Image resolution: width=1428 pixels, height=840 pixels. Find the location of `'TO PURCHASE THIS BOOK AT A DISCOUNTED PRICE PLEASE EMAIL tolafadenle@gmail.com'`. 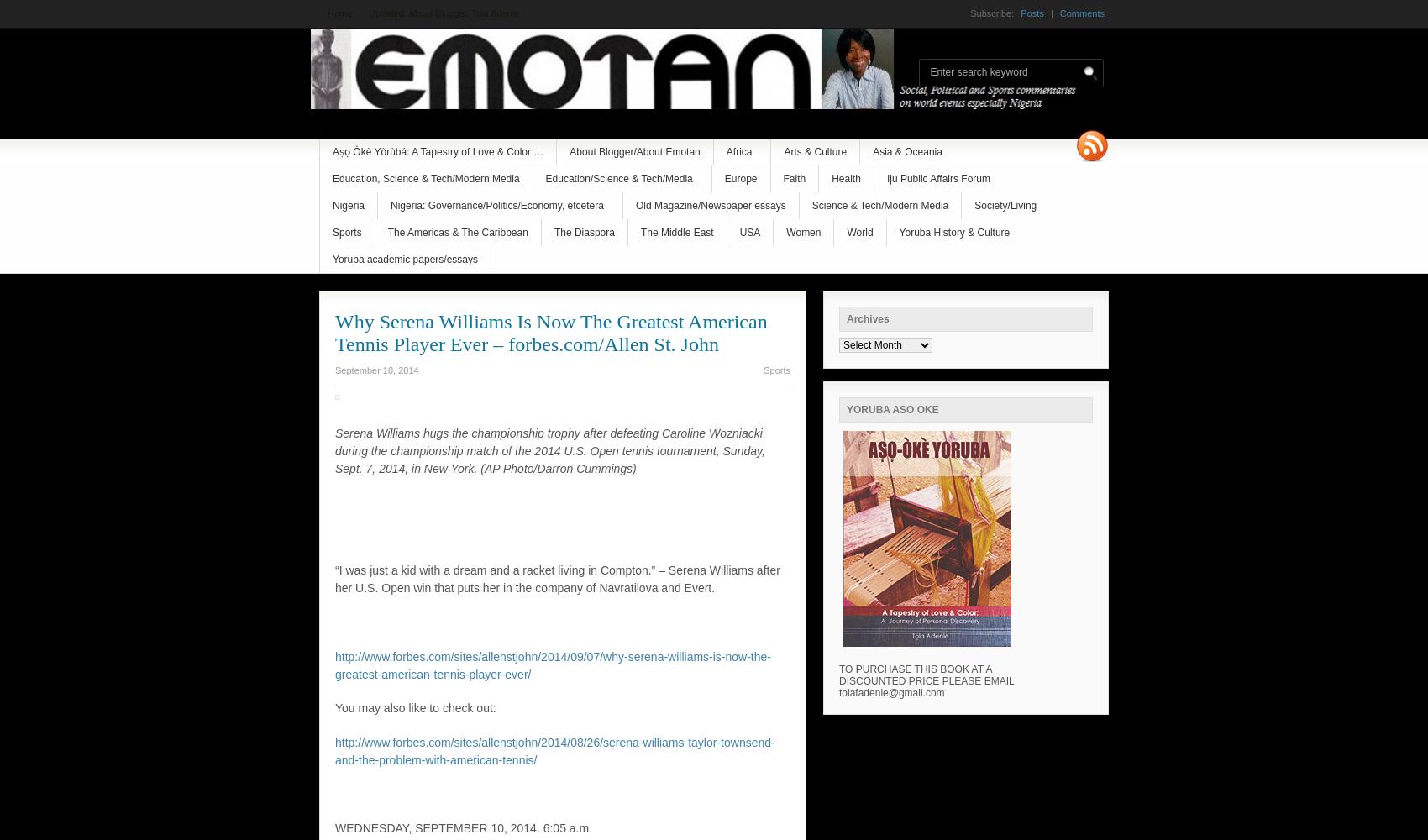

'TO PURCHASE THIS BOOK AT A DISCOUNTED PRICE PLEASE EMAIL tolafadenle@gmail.com' is located at coordinates (926, 681).